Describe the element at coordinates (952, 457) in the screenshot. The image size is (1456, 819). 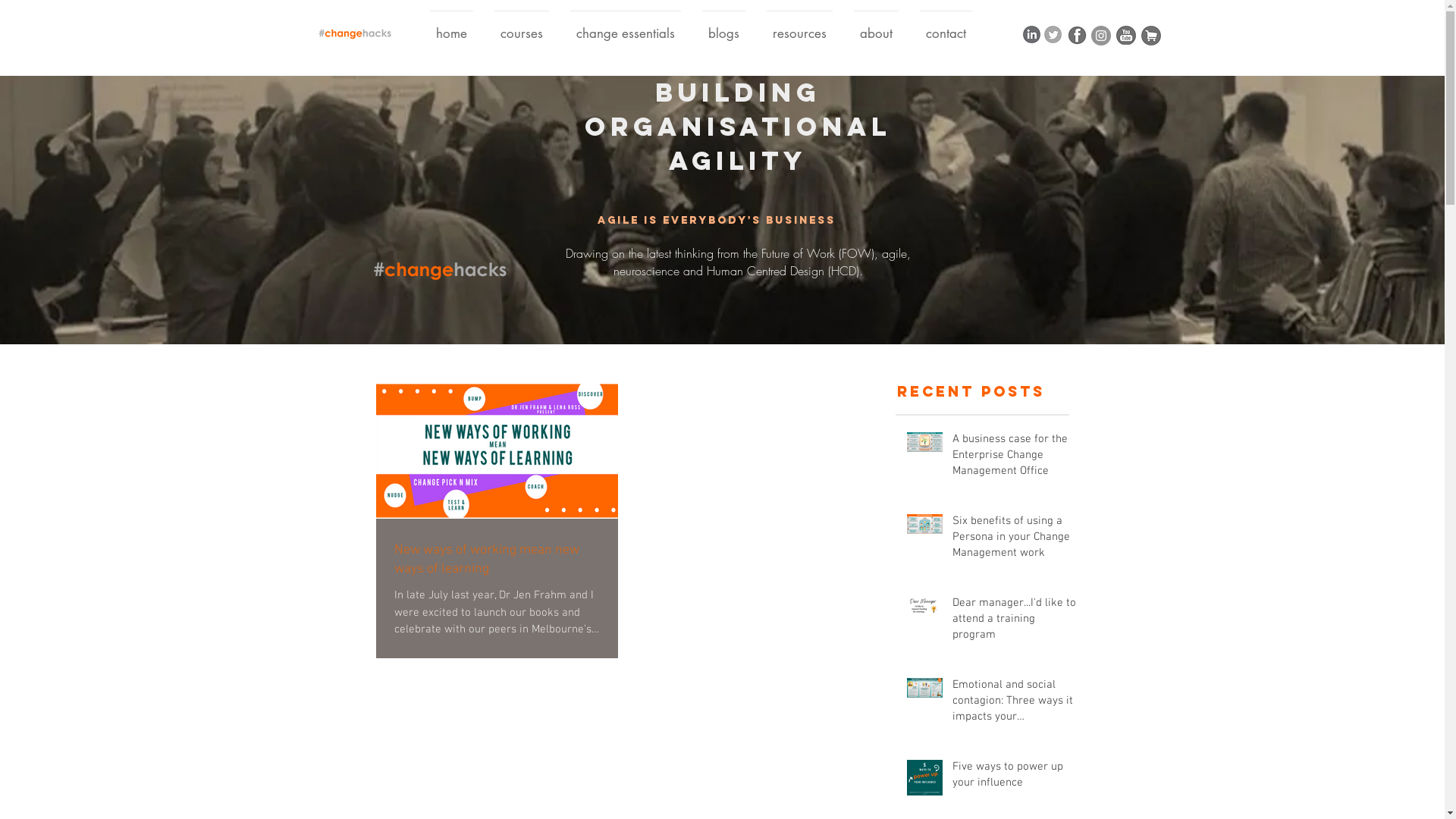
I see `'A business case for the Enterprise Change Management Office'` at that location.